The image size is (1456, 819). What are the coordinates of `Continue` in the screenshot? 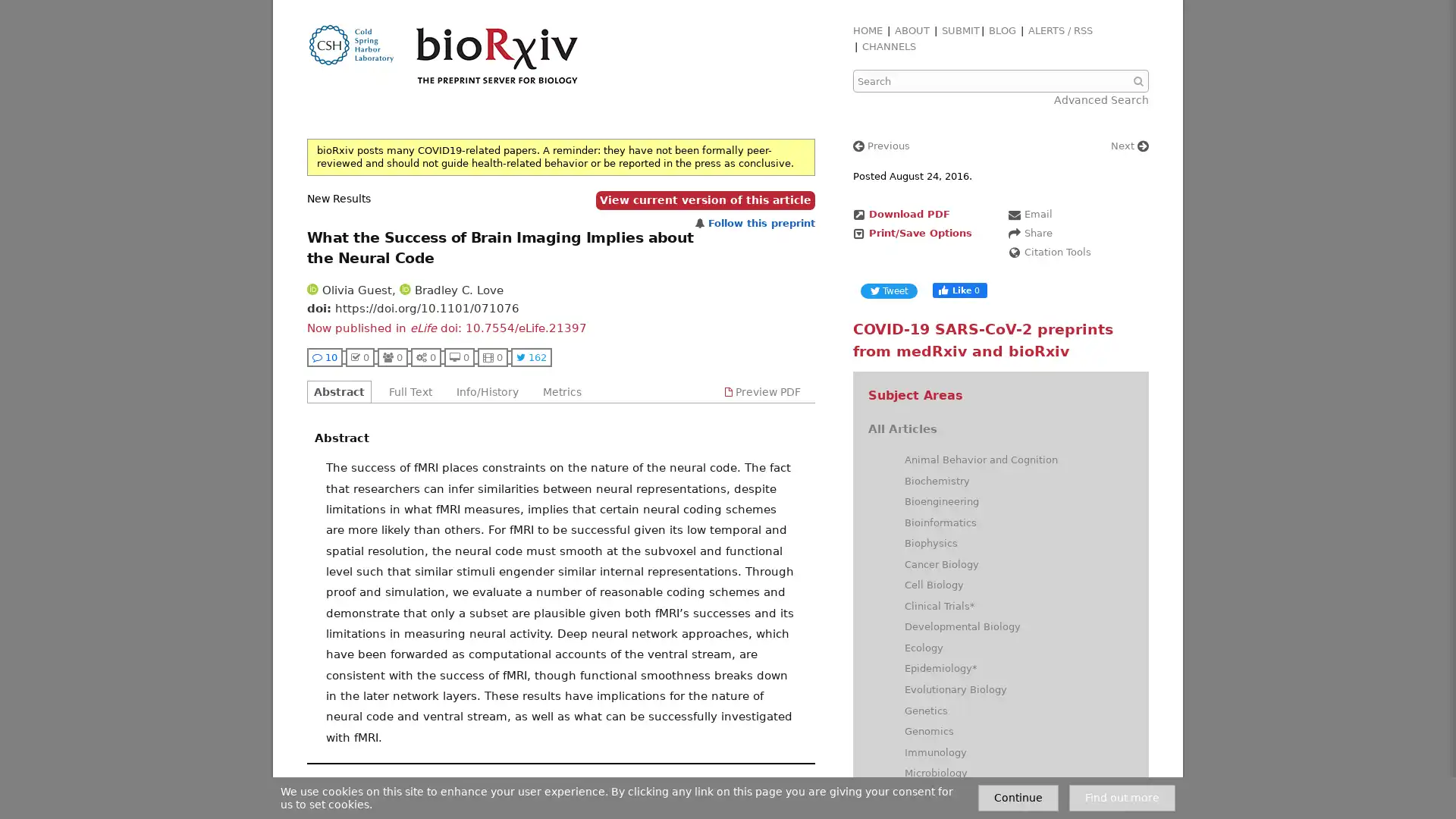 It's located at (1018, 797).